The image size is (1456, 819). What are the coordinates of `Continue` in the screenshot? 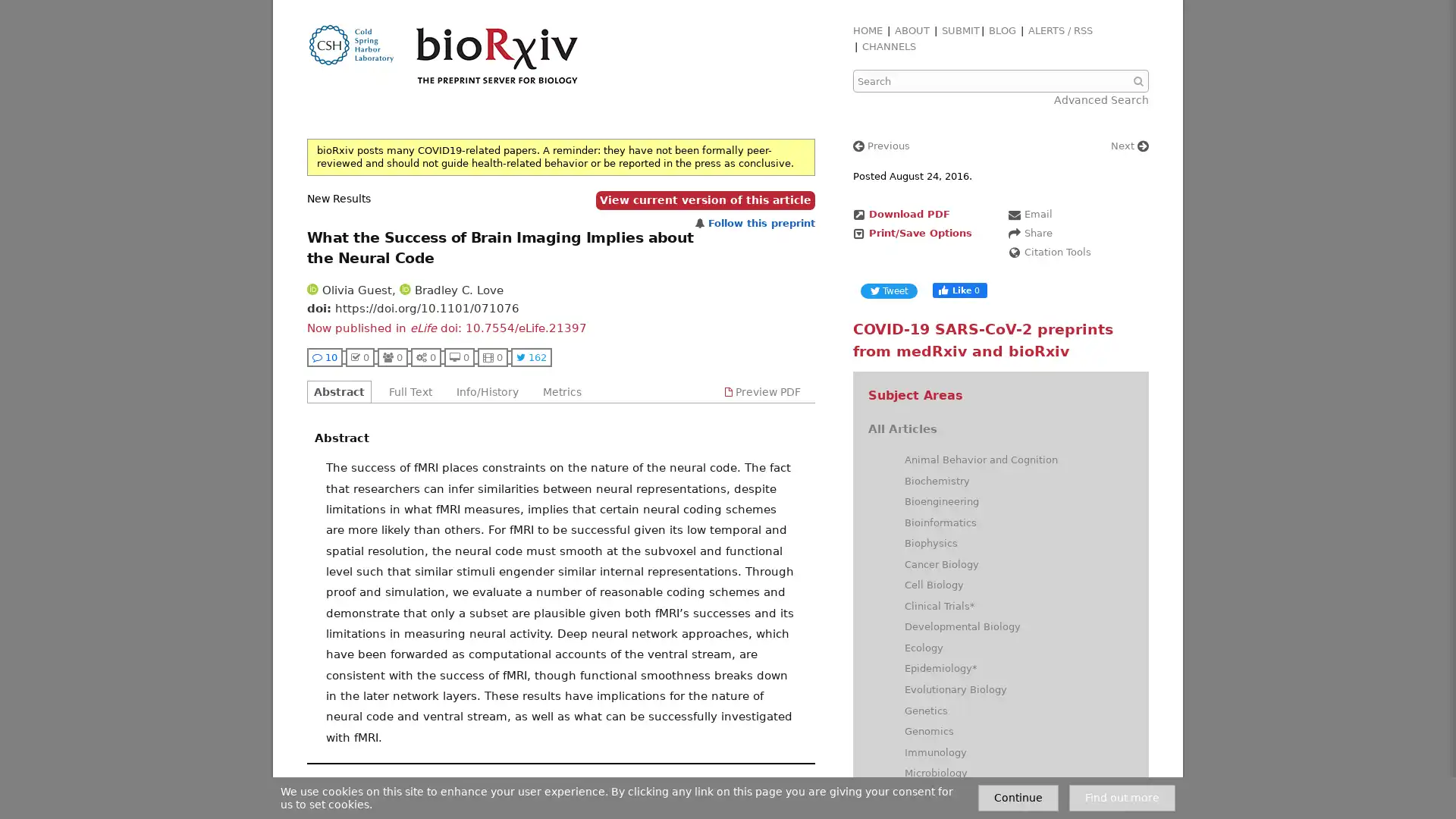 It's located at (1018, 797).